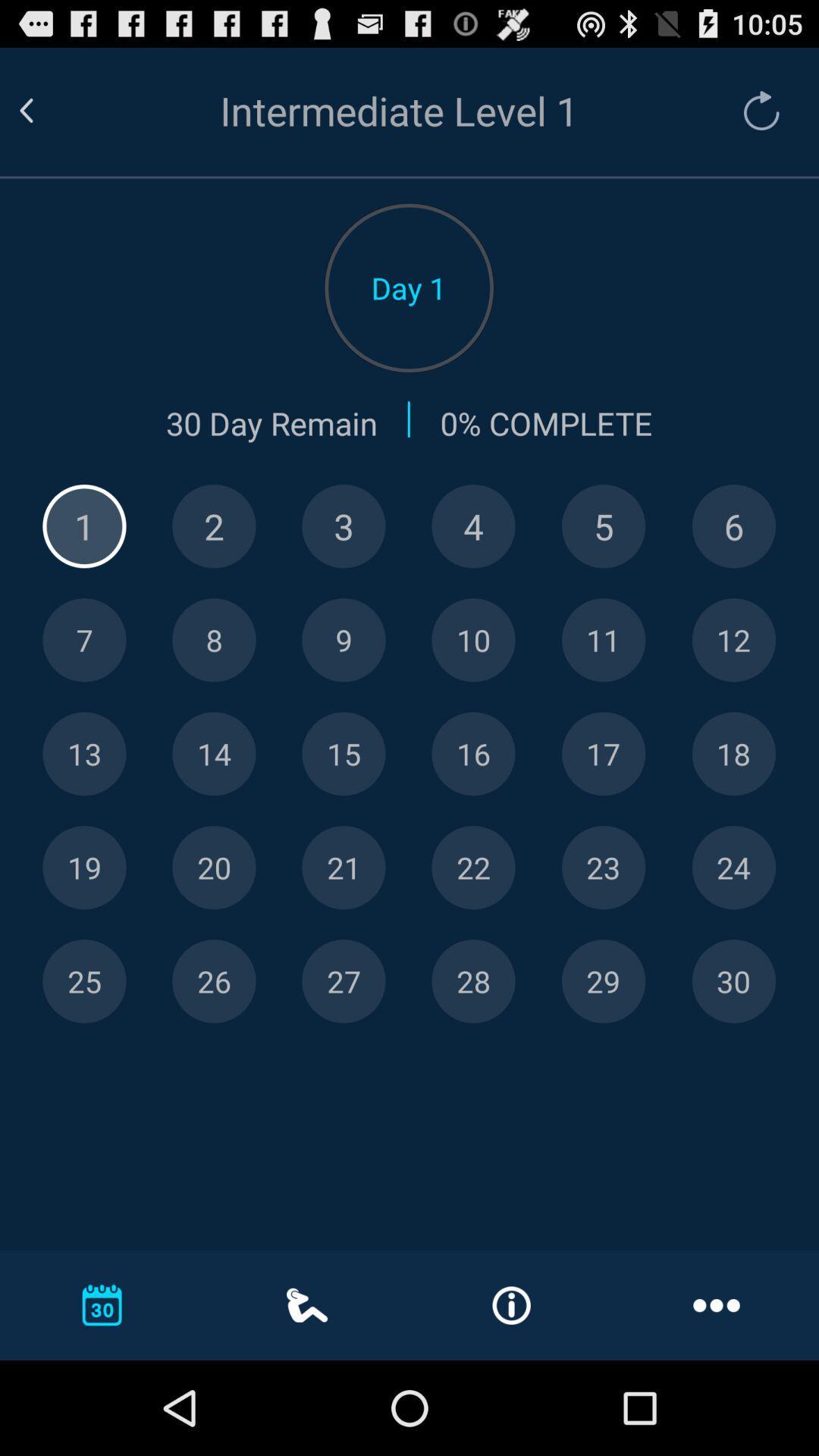 Image resolution: width=819 pixels, height=1456 pixels. I want to click on thirteen number, so click(84, 754).